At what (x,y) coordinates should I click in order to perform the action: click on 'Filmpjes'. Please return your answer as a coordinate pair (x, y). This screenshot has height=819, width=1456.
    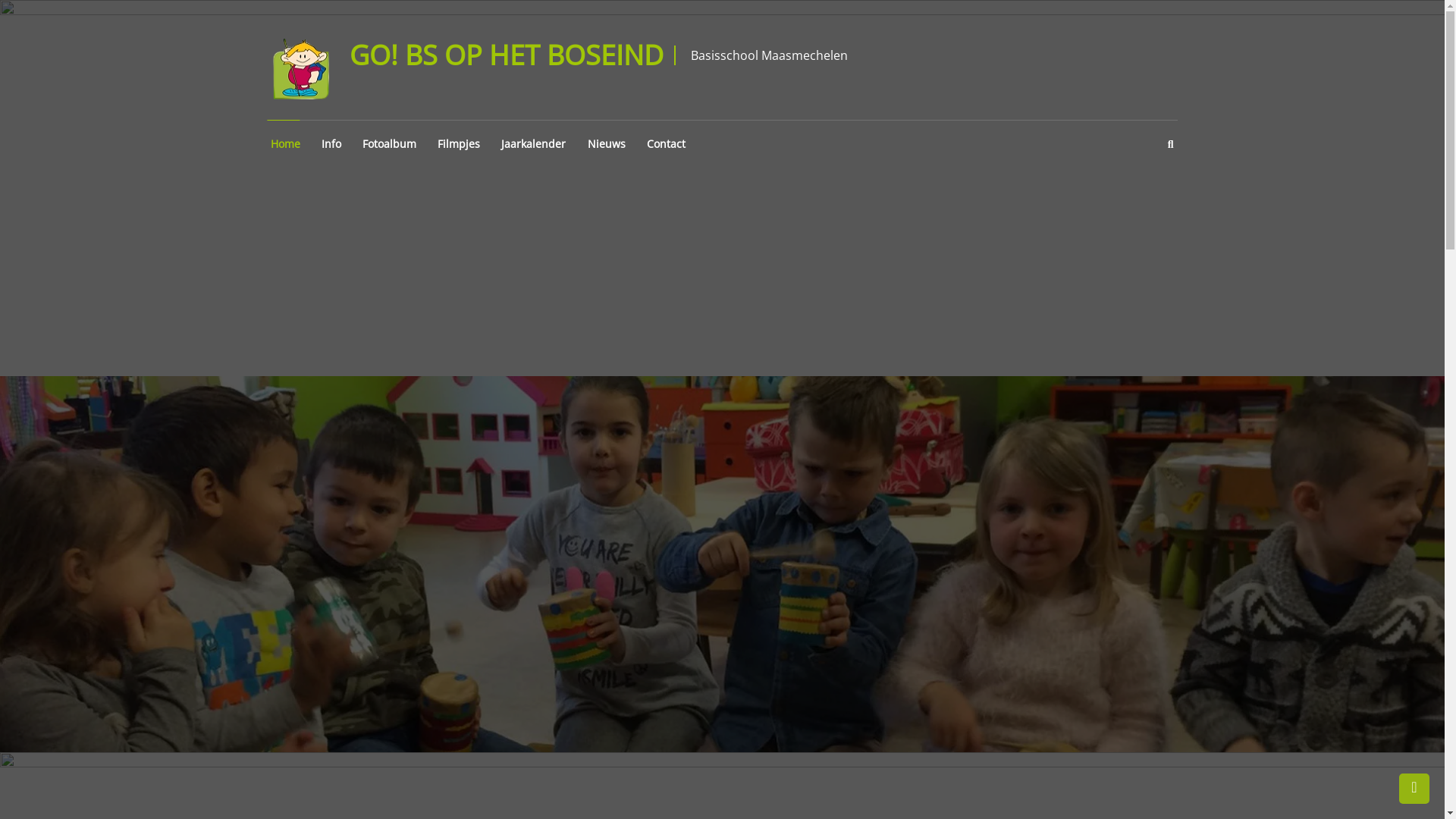
    Looking at the image, I should click on (433, 143).